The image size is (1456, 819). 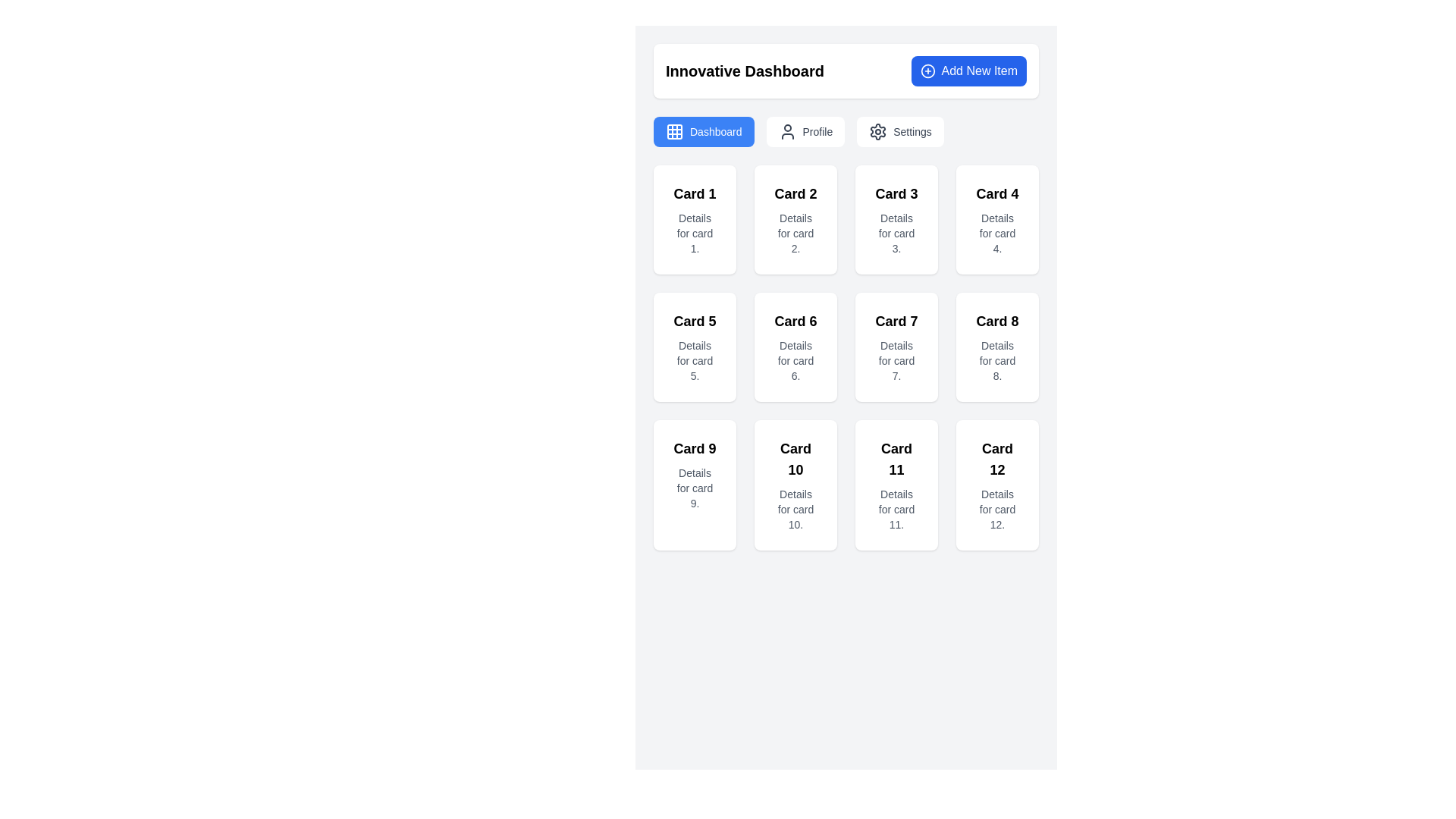 What do you see at coordinates (805, 130) in the screenshot?
I see `the 'Profile' button` at bounding box center [805, 130].